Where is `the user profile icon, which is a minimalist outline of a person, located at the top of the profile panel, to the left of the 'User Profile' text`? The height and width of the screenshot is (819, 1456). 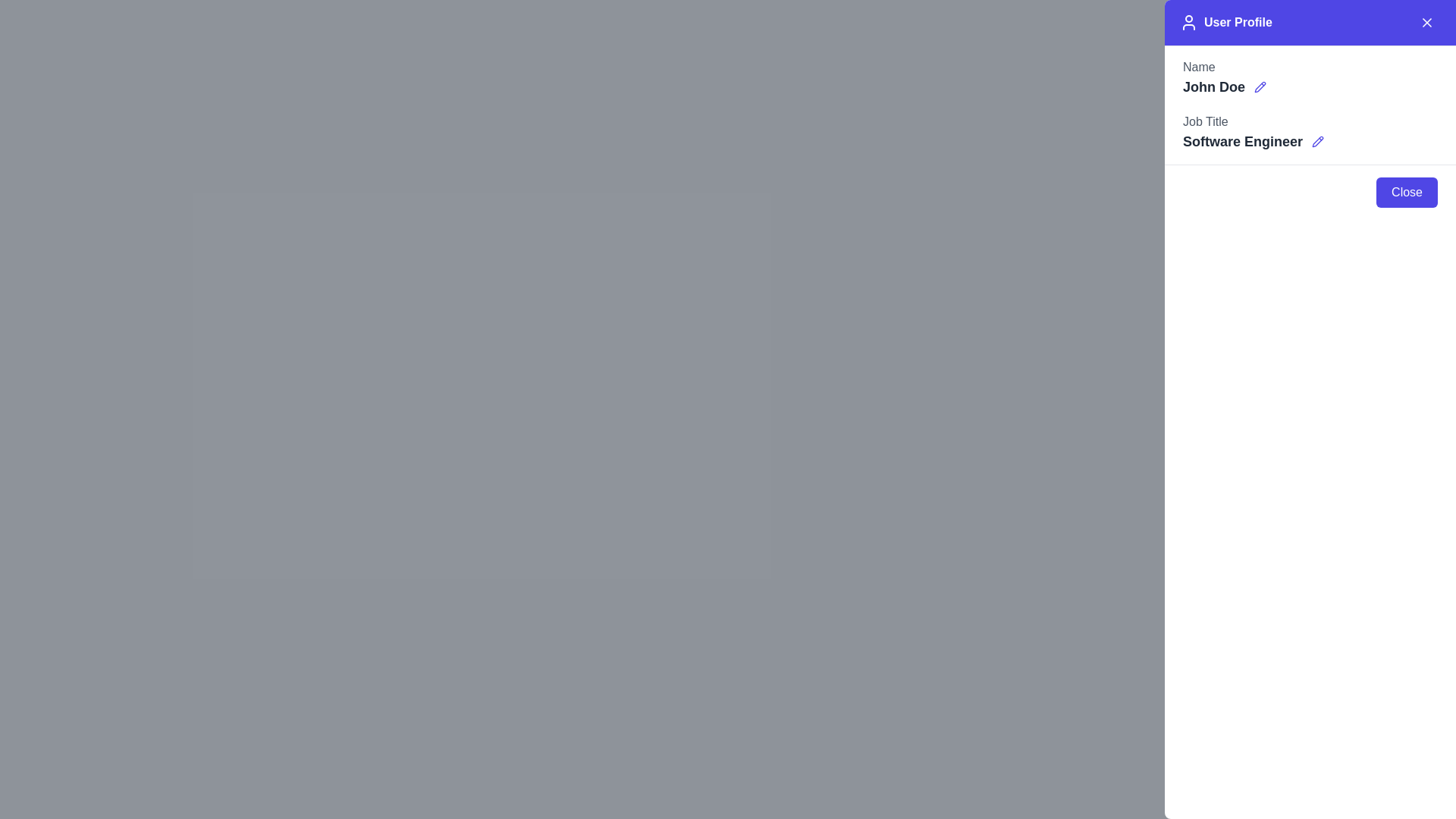
the user profile icon, which is a minimalist outline of a person, located at the top of the profile panel, to the left of the 'User Profile' text is located at coordinates (1188, 23).